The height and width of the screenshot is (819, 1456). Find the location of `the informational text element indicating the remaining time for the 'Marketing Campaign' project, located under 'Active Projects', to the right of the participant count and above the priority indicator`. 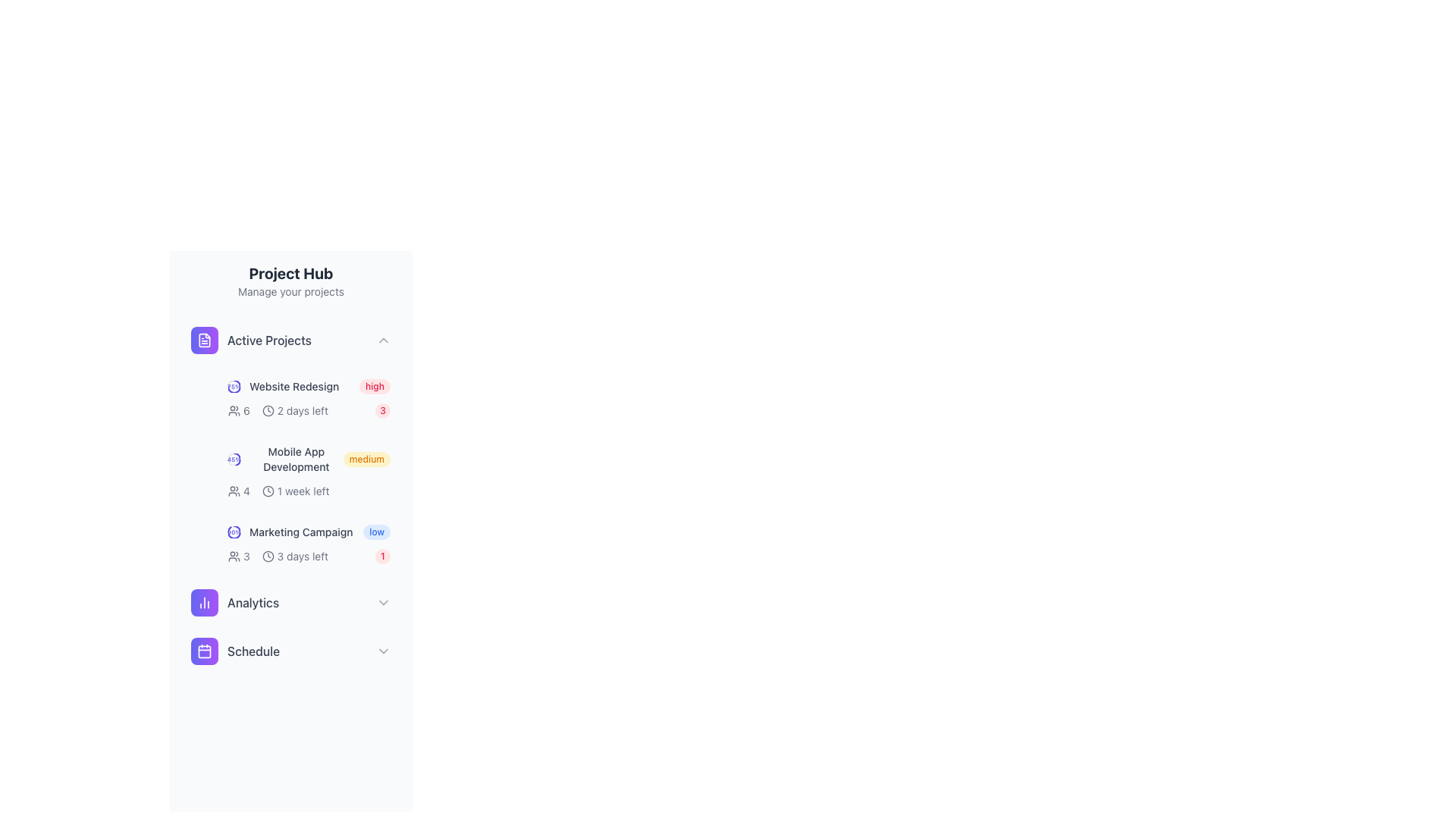

the informational text element indicating the remaining time for the 'Marketing Campaign' project, located under 'Active Projects', to the right of the participant count and above the priority indicator is located at coordinates (295, 556).